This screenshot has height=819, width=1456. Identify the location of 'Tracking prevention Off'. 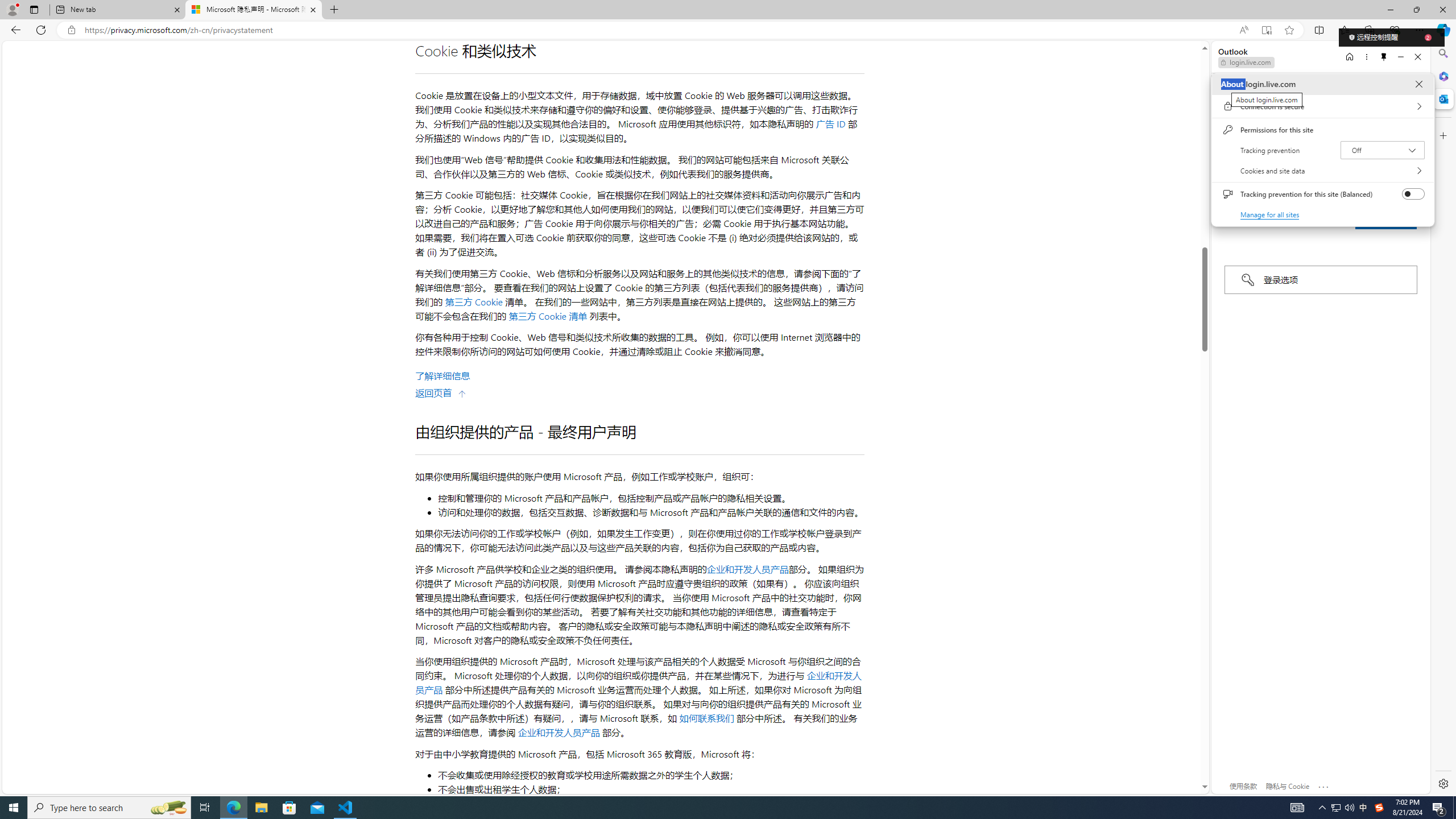
(1383, 150).